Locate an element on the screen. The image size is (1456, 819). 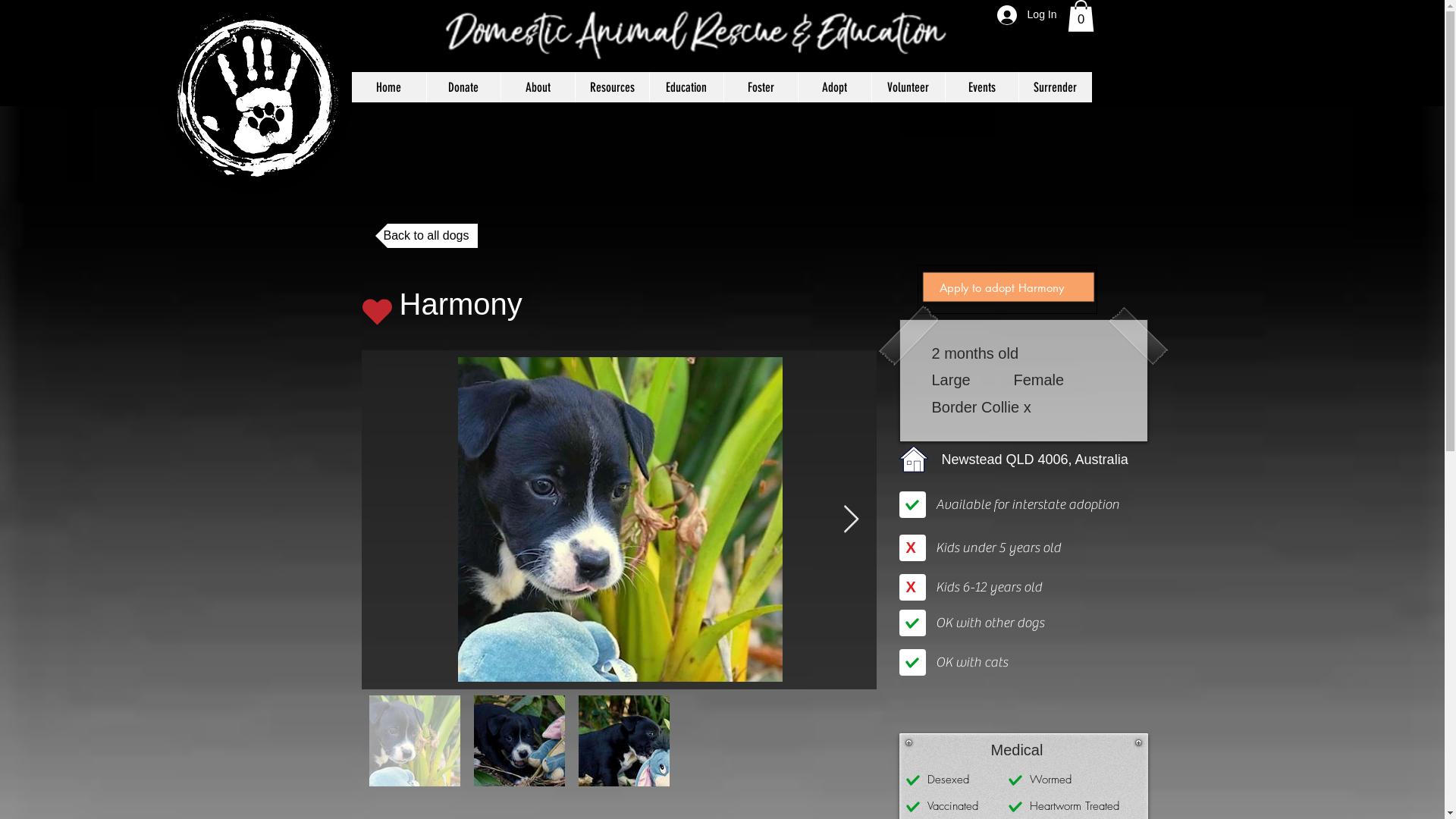
'Donate' is located at coordinates (462, 87).